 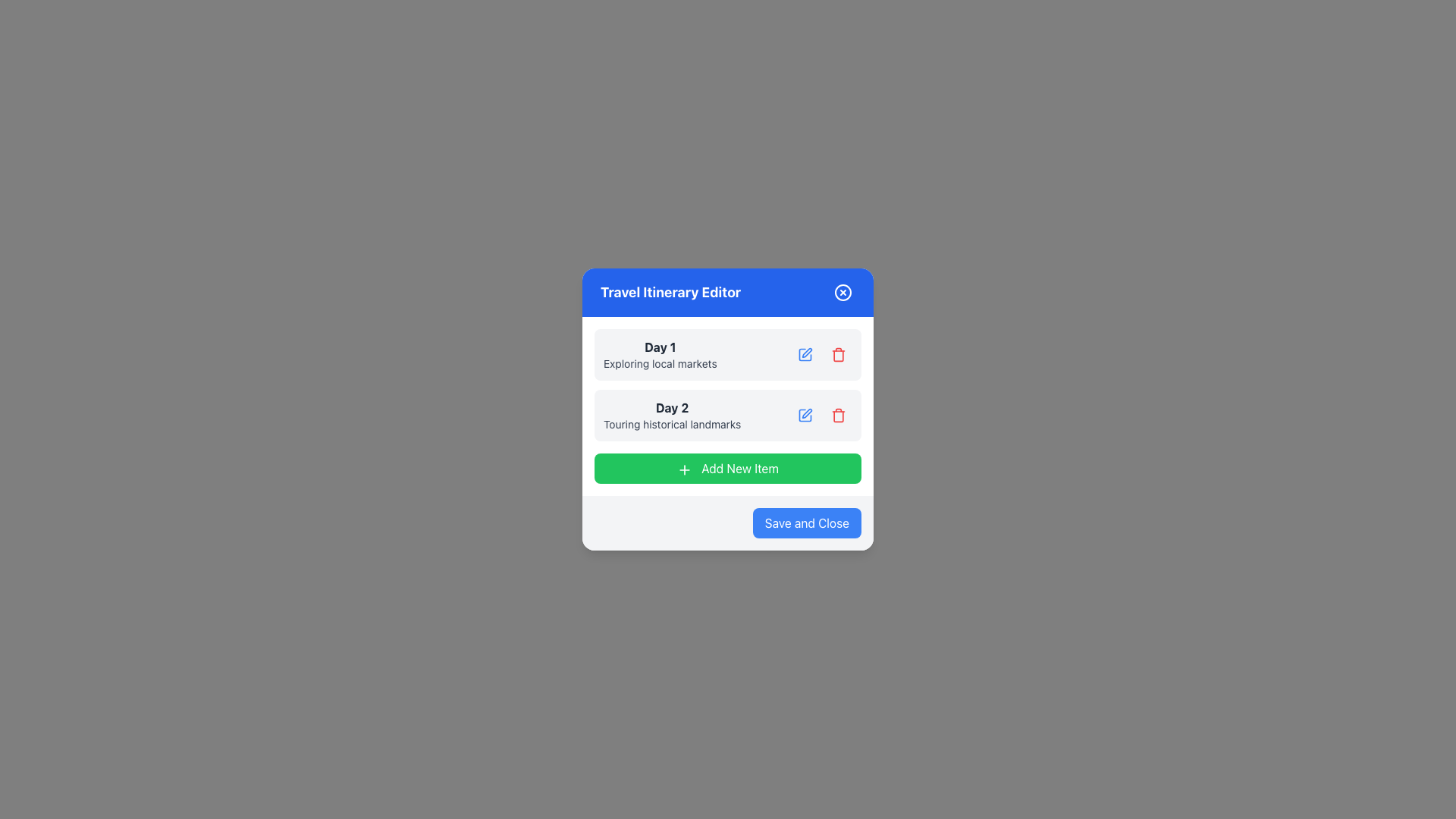 What do you see at coordinates (660, 354) in the screenshot?
I see `text content of the first label in the itinerary tasks list, which displays 'Day 1' in bold dark gray followed by 'Exploring local markets' in smaller light gray` at bounding box center [660, 354].